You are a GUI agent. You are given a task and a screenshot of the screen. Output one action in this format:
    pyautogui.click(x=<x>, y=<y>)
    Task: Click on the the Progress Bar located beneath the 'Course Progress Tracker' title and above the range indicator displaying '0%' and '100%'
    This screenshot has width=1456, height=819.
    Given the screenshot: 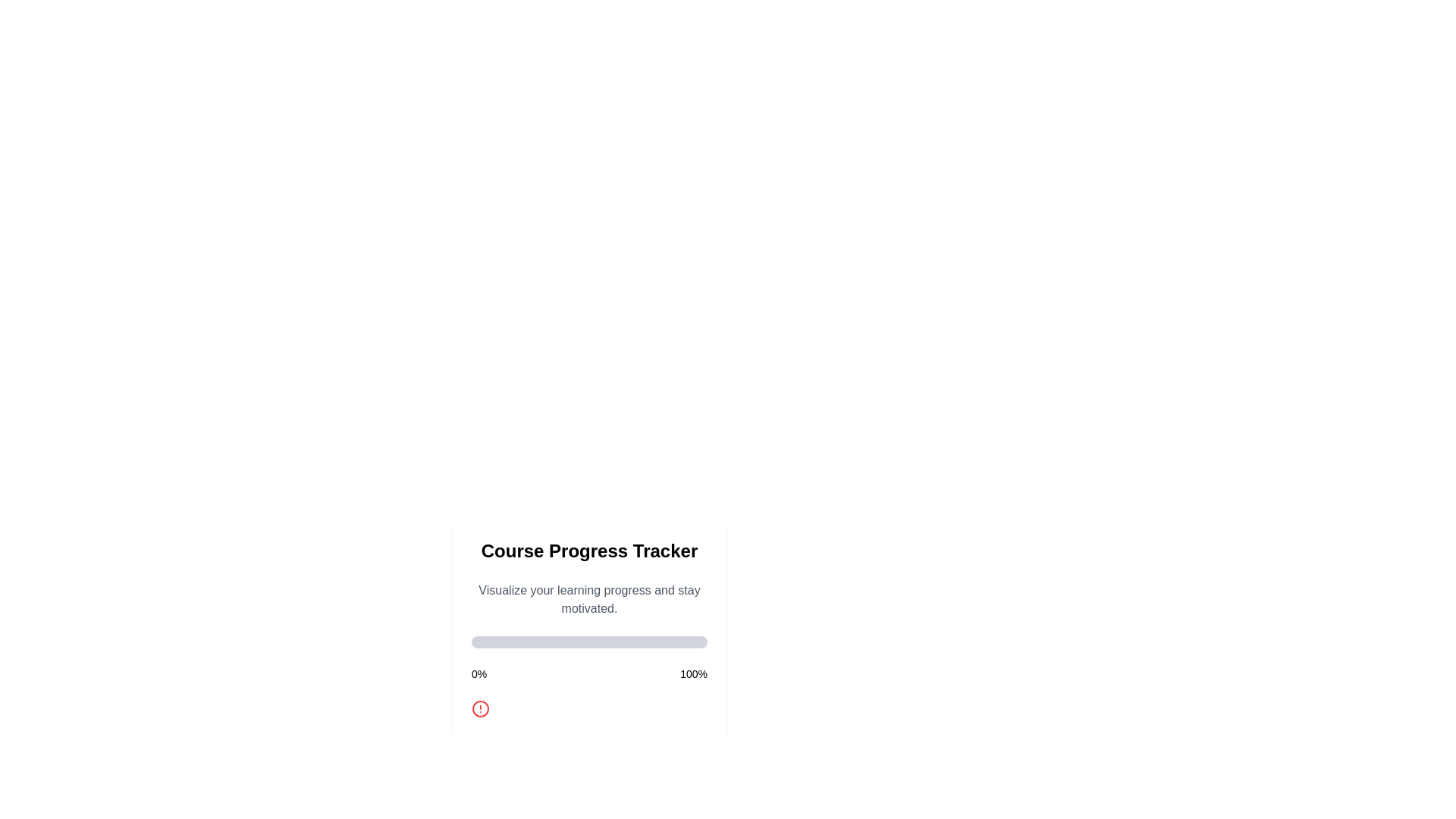 What is the action you would take?
    pyautogui.click(x=588, y=642)
    